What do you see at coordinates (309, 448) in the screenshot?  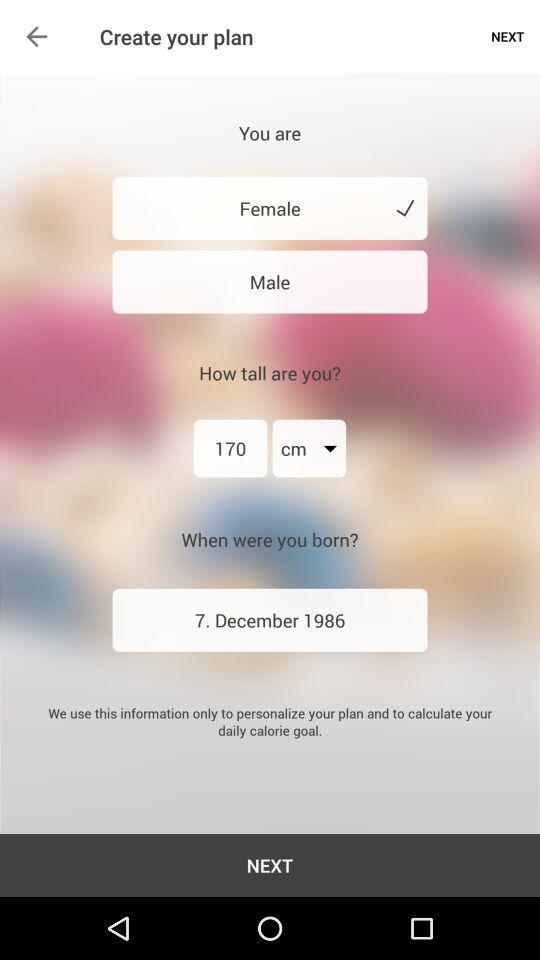 I see `the icon next to 170 item` at bounding box center [309, 448].